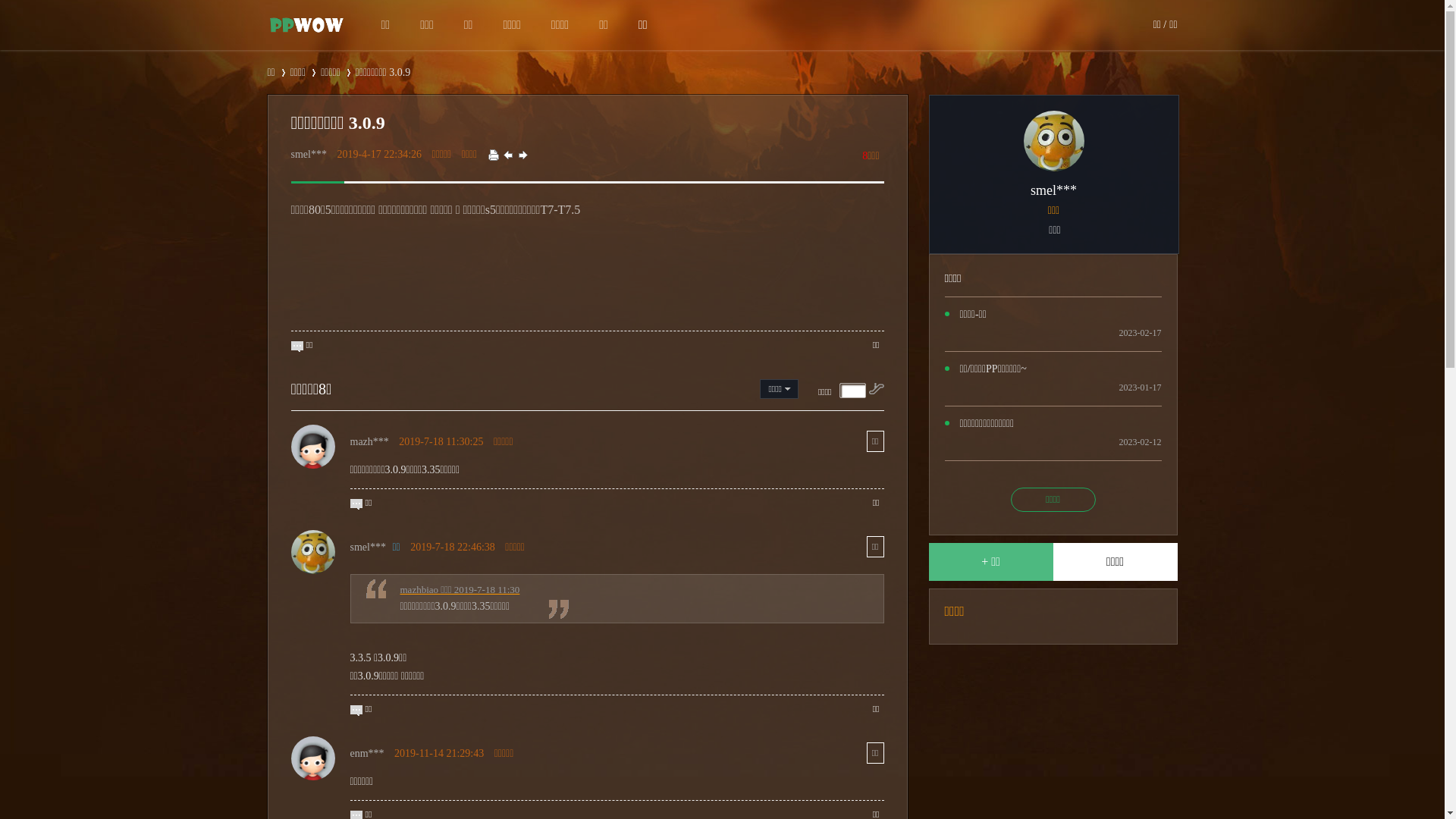 The image size is (1456, 819). Describe the element at coordinates (291, 154) in the screenshot. I see `'smel***'` at that location.